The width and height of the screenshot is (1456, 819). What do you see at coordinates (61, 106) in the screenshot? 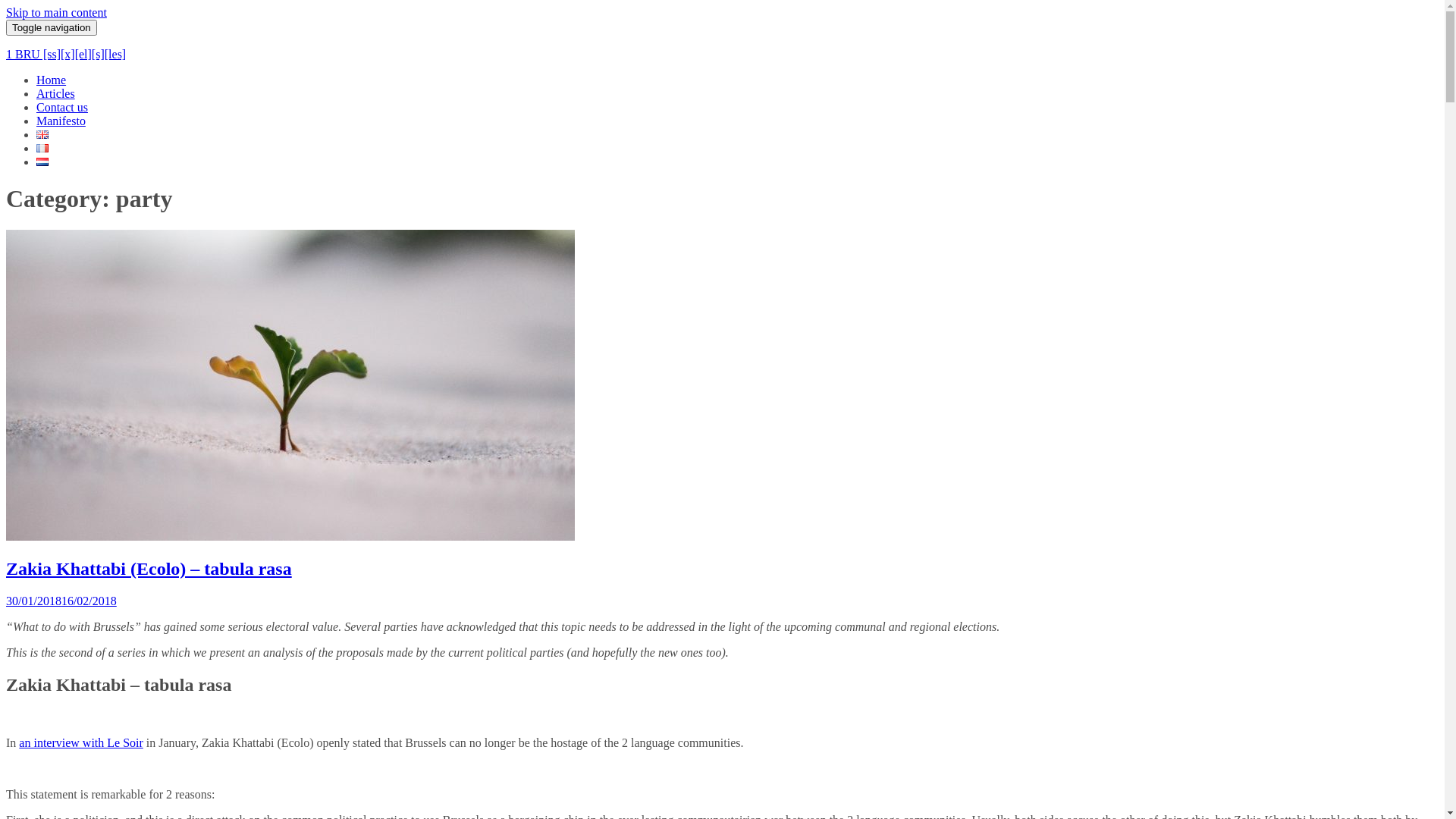
I see `'Contact us'` at bounding box center [61, 106].